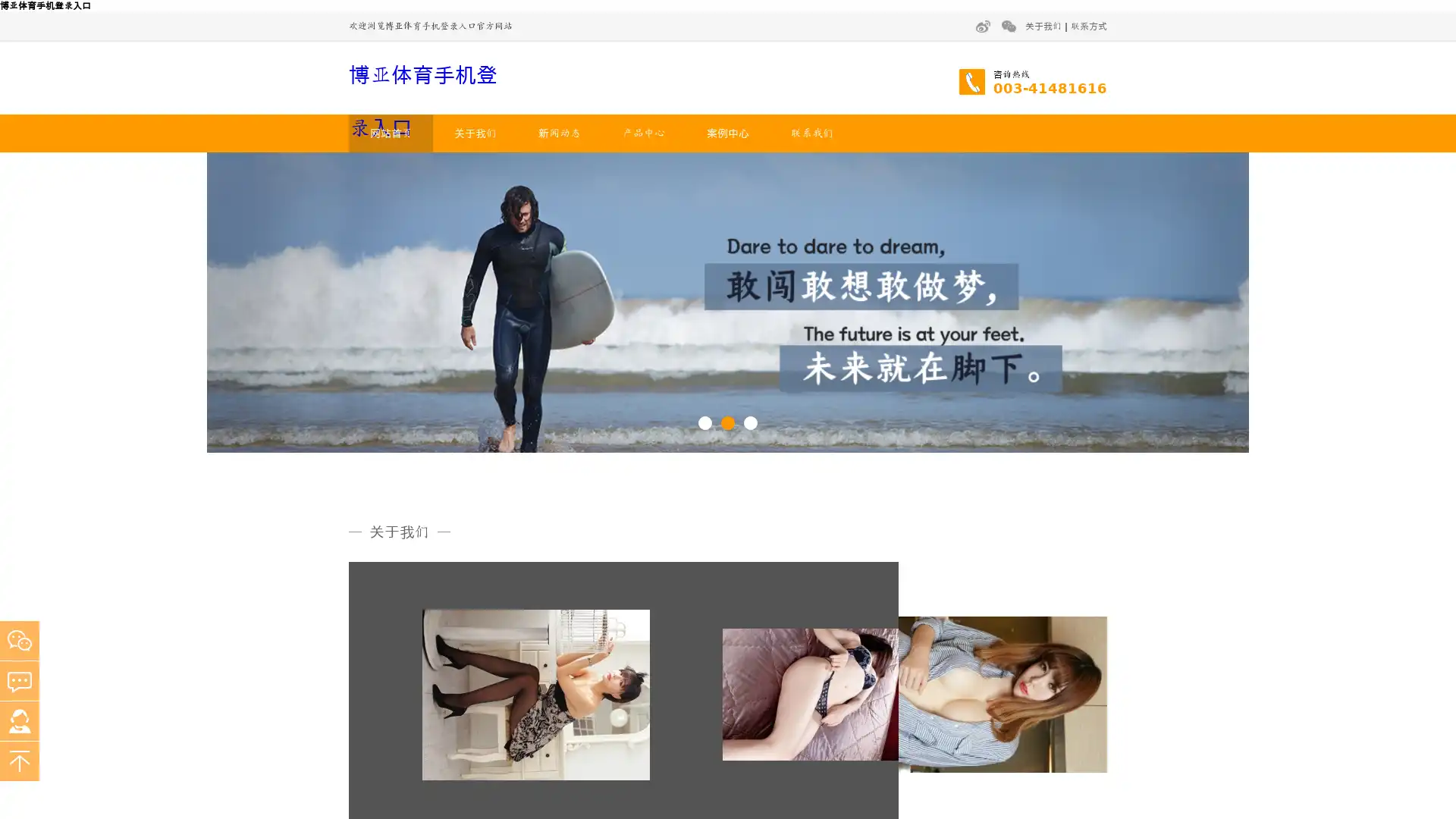  Describe the element at coordinates (704, 422) in the screenshot. I see `1` at that location.